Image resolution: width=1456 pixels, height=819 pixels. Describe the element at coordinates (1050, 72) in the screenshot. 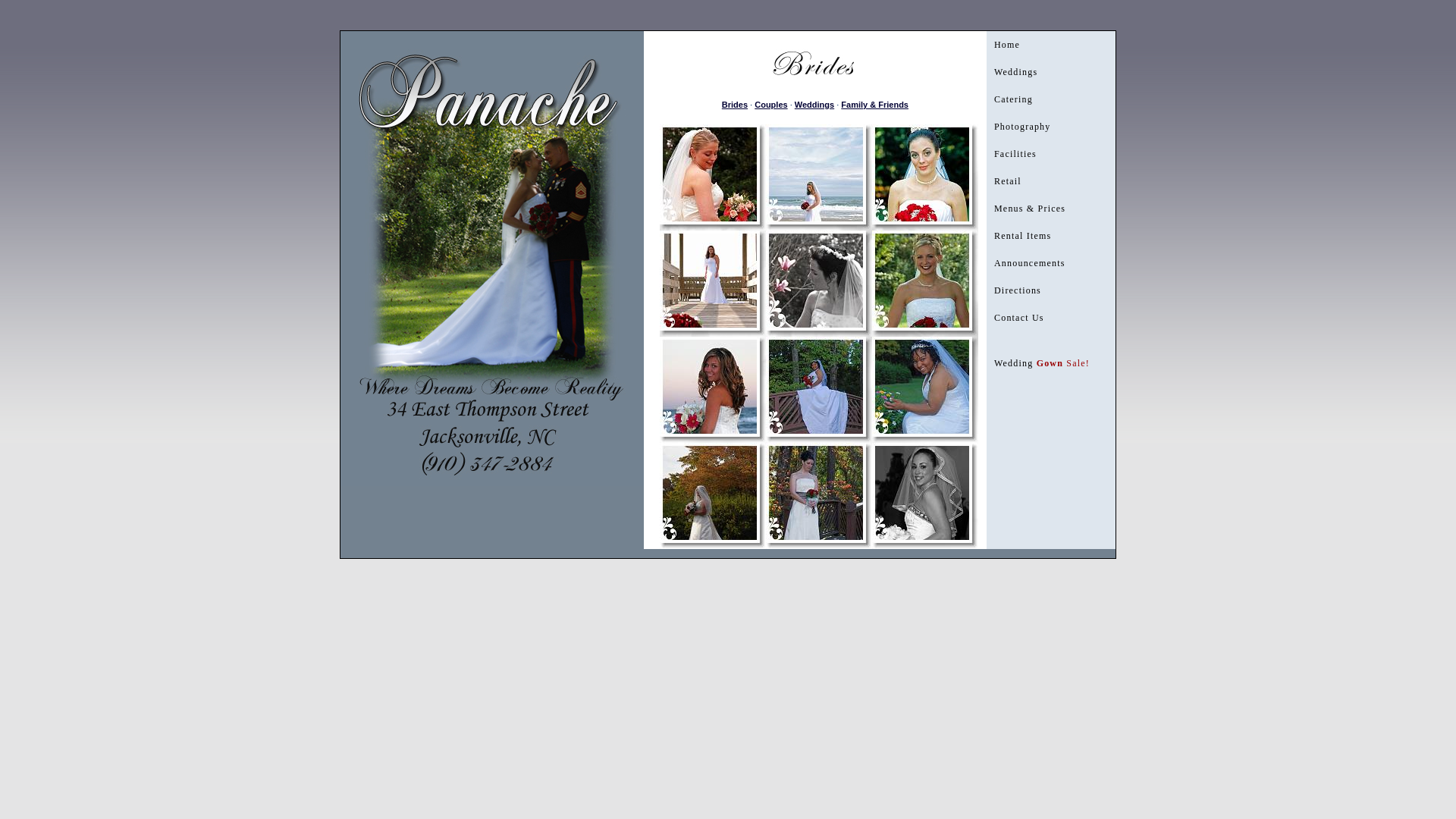

I see `'Weddings'` at that location.